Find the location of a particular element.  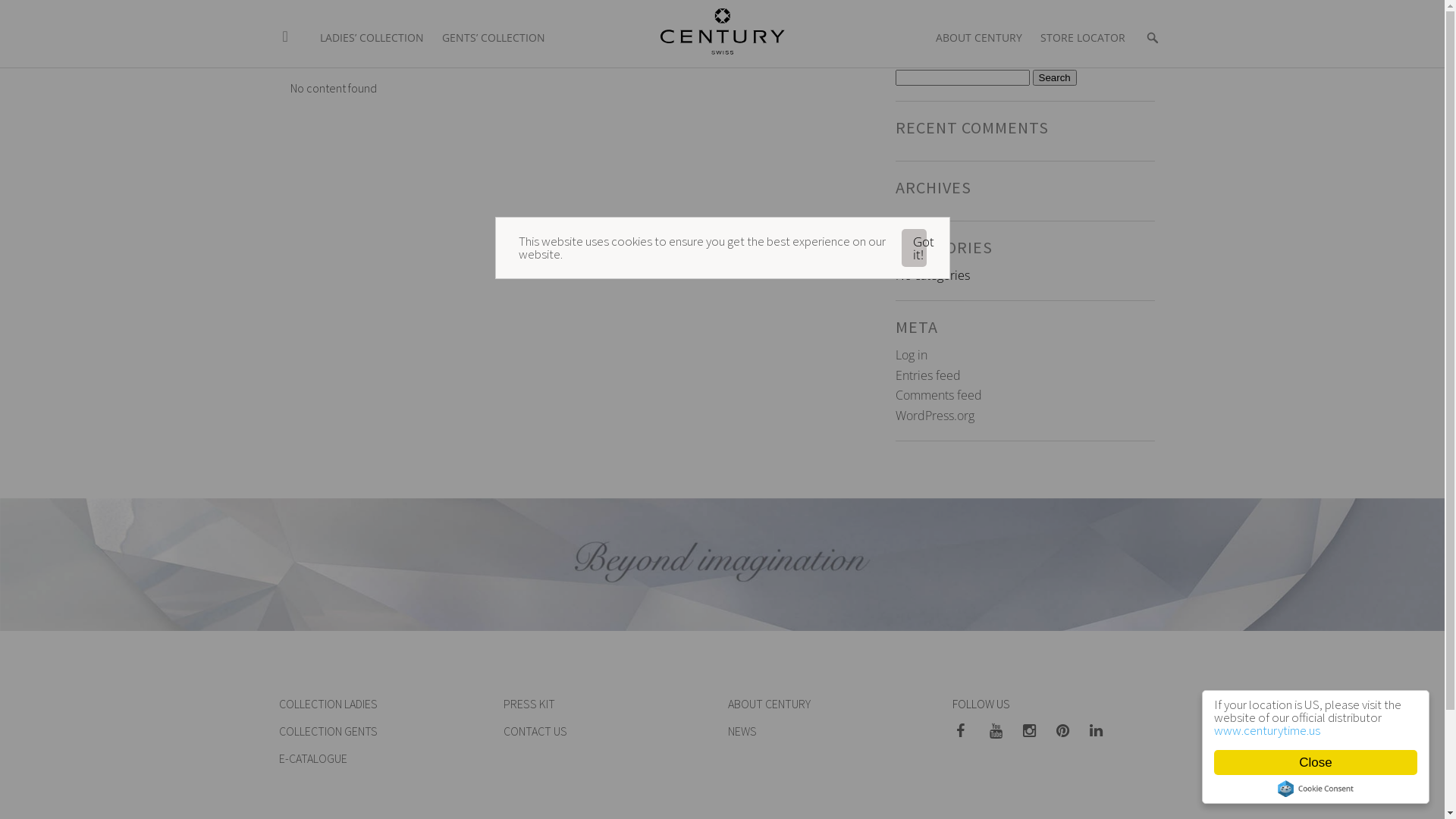

'CONTACT US' is located at coordinates (535, 730).